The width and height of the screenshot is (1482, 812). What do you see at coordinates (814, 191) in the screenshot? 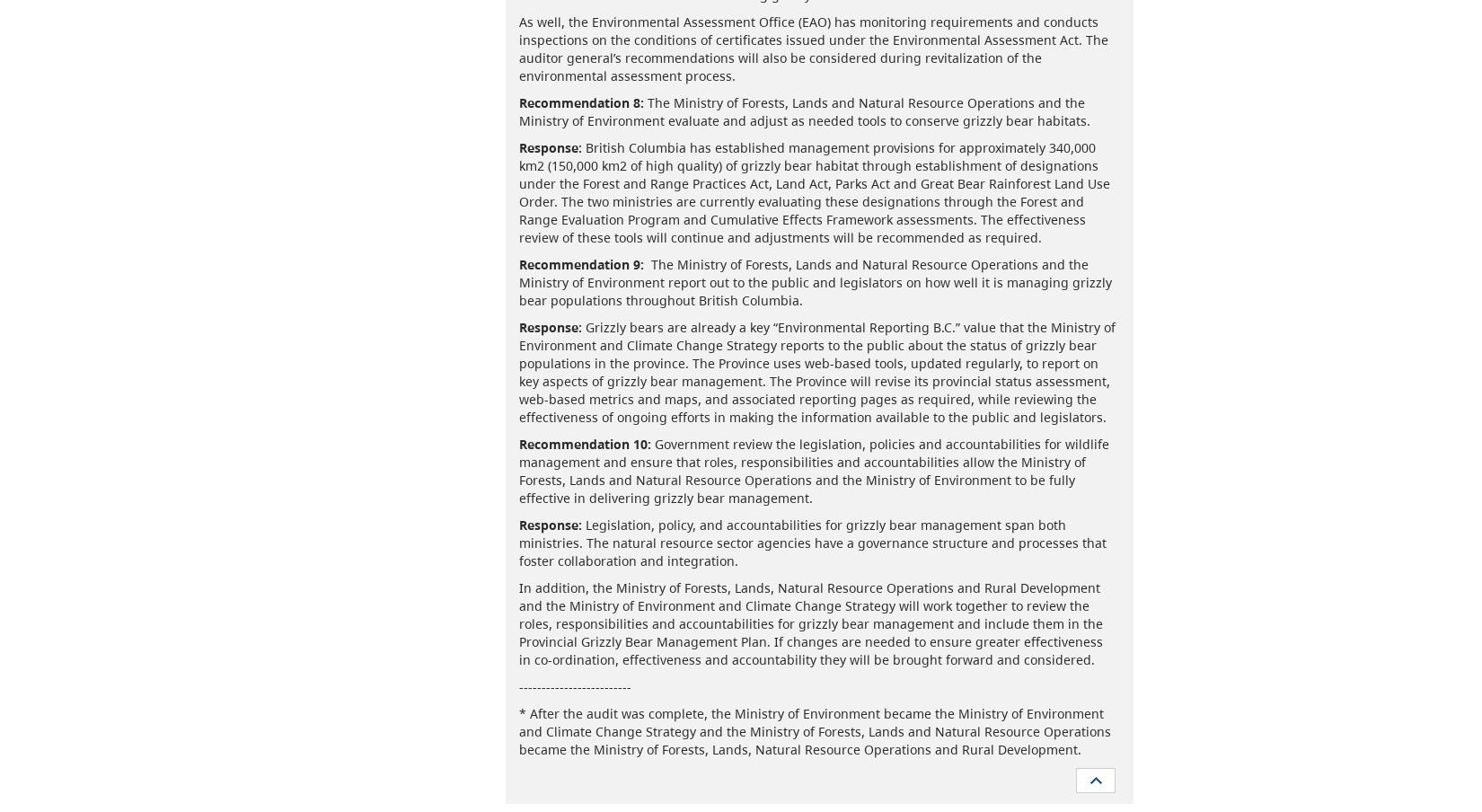
I see `'British Columbia has established management provisions for approximately 340,000 km2 (150,000 km2 of high quality) of grizzly bear habitat through establishment of designations under the Forest and Range Practices Act, Land Act, Parks Act and Great Bear Rainforest Land Use Order. The two ministries are currently evaluating these designations through the Forest and Range Evaluation Program and Cumulative Effects Framework assessments. The effectiveness review of these tools will continue and adjustments will be recommended as required.'` at bounding box center [814, 191].